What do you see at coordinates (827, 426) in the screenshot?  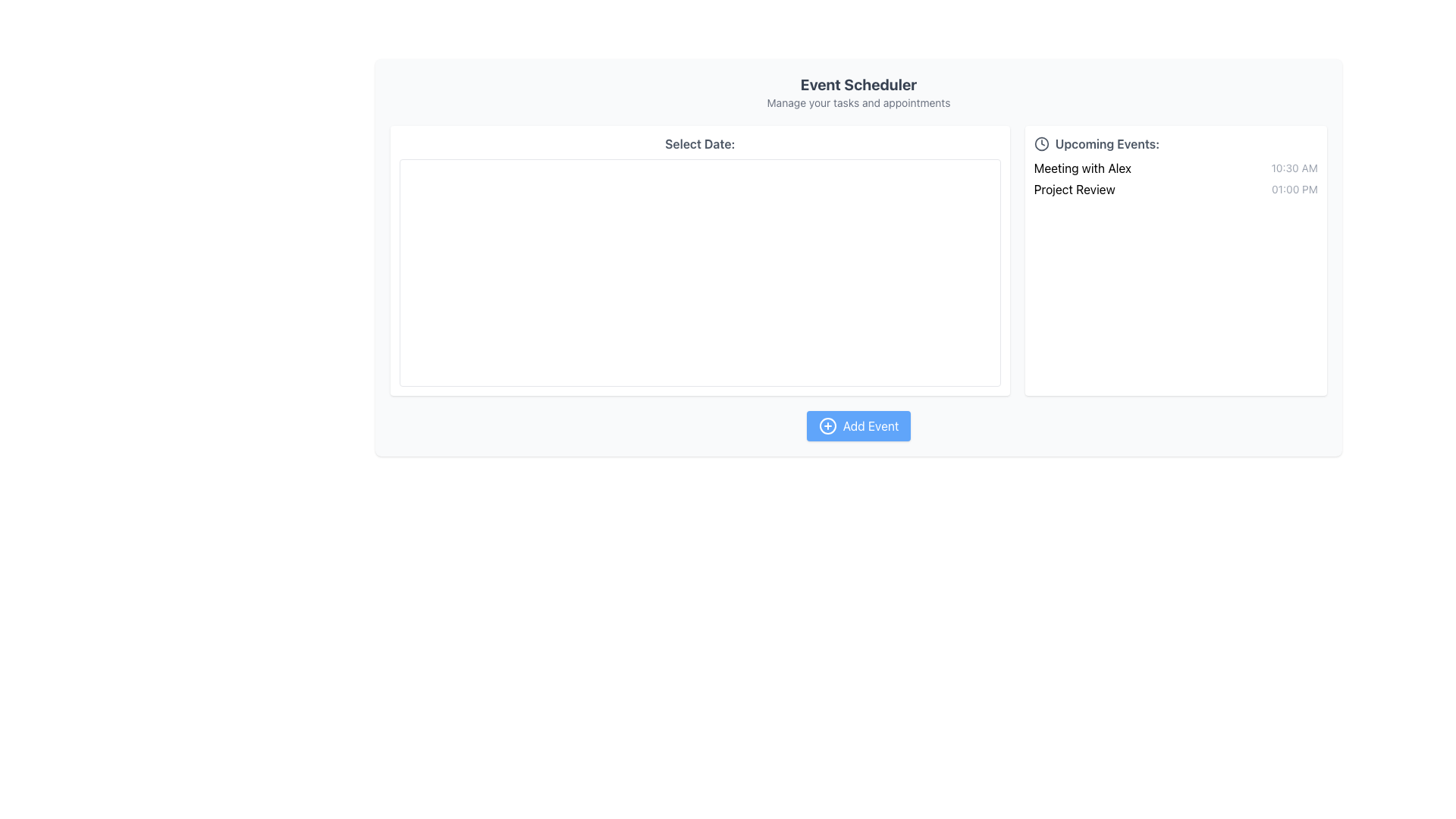 I see `the 'Add Event' icon located to the left of the 'Add Event' text within the button in the lower middle section of the application interface` at bounding box center [827, 426].